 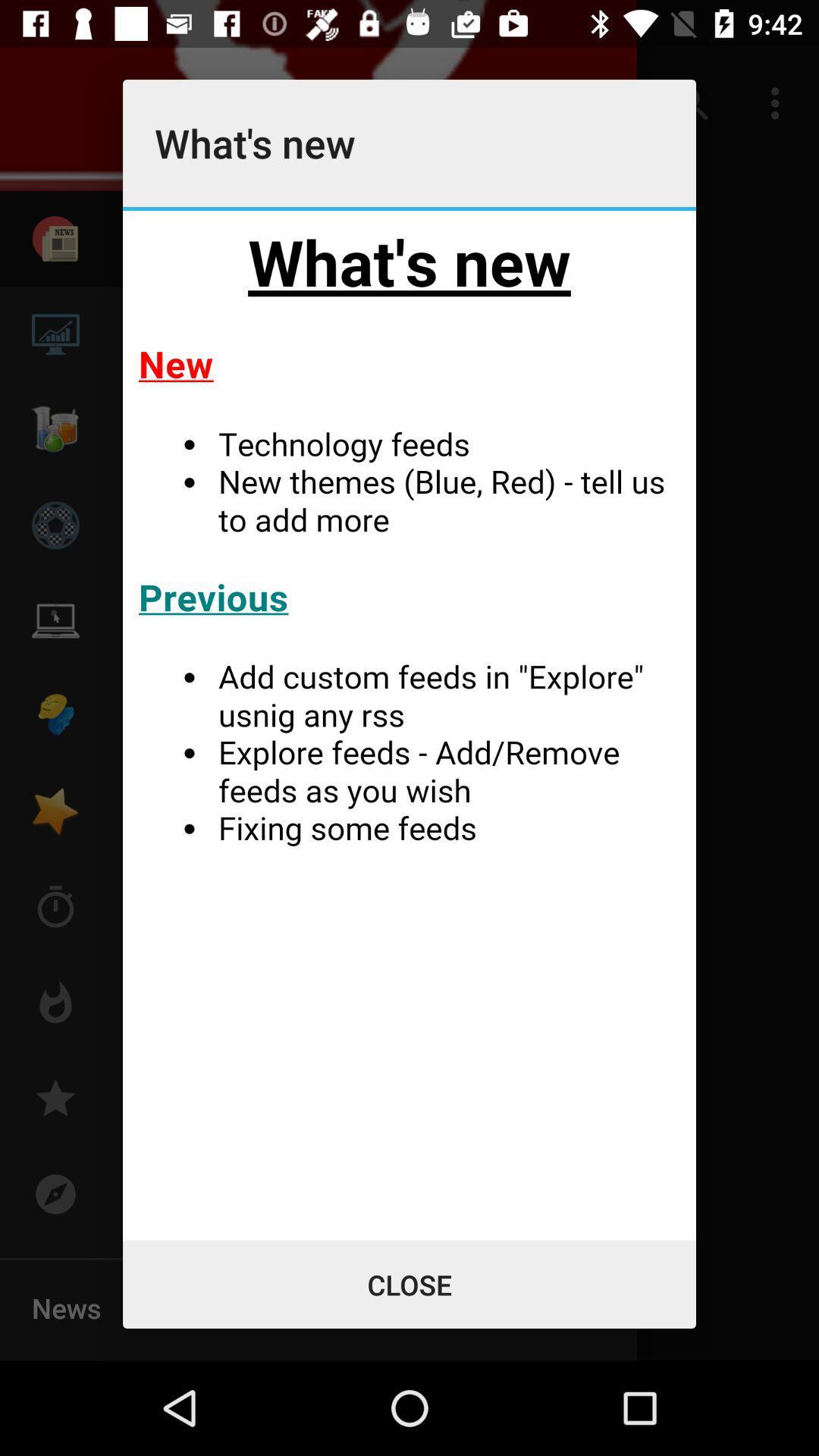 What do you see at coordinates (409, 724) in the screenshot?
I see `information about what 's new in the app` at bounding box center [409, 724].